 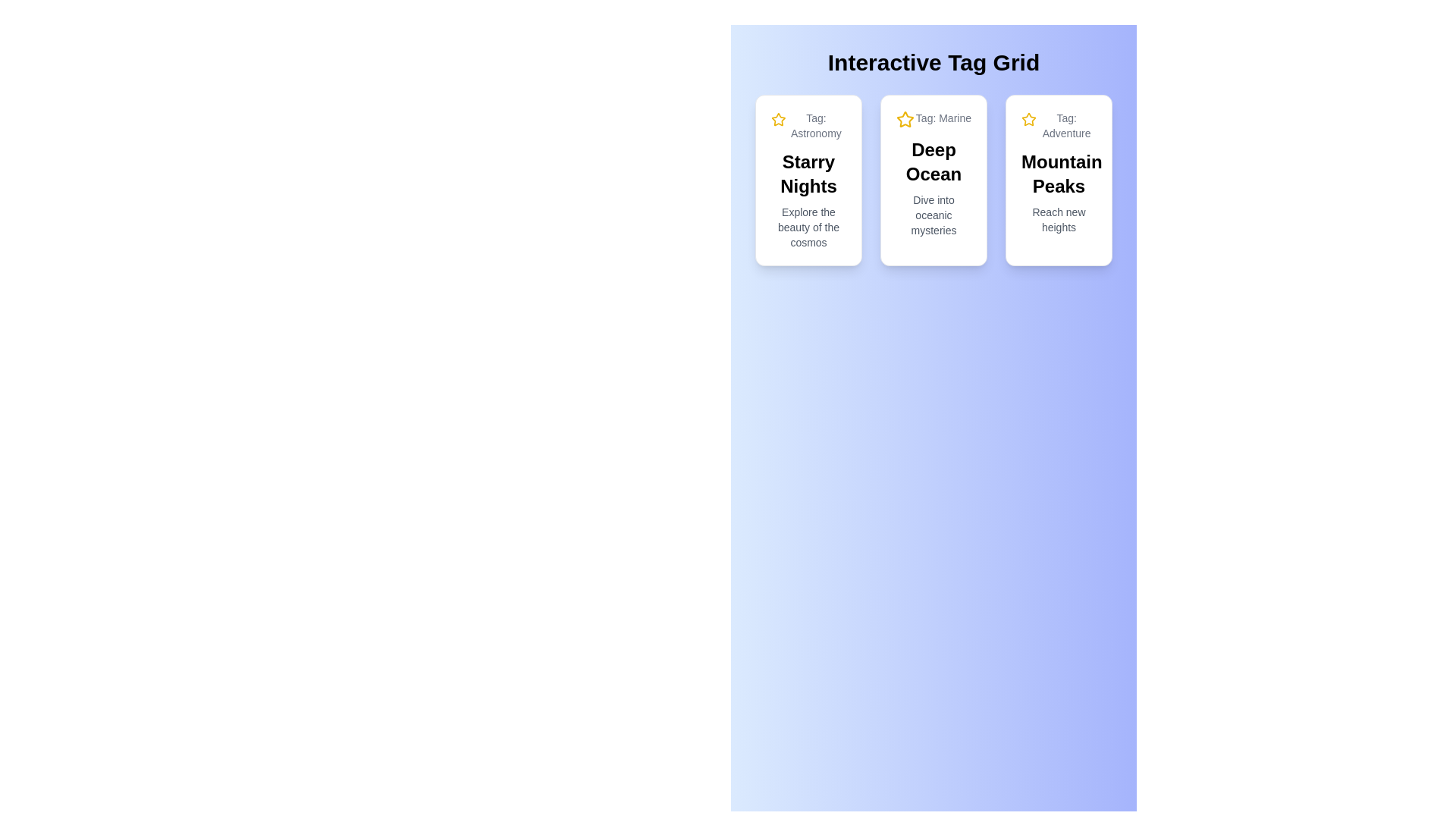 I want to click on the 'Starry Nights' text block located within the 'Tag: Astronomy' card, which features bold and large text in a two-line layout, so click(x=808, y=174).